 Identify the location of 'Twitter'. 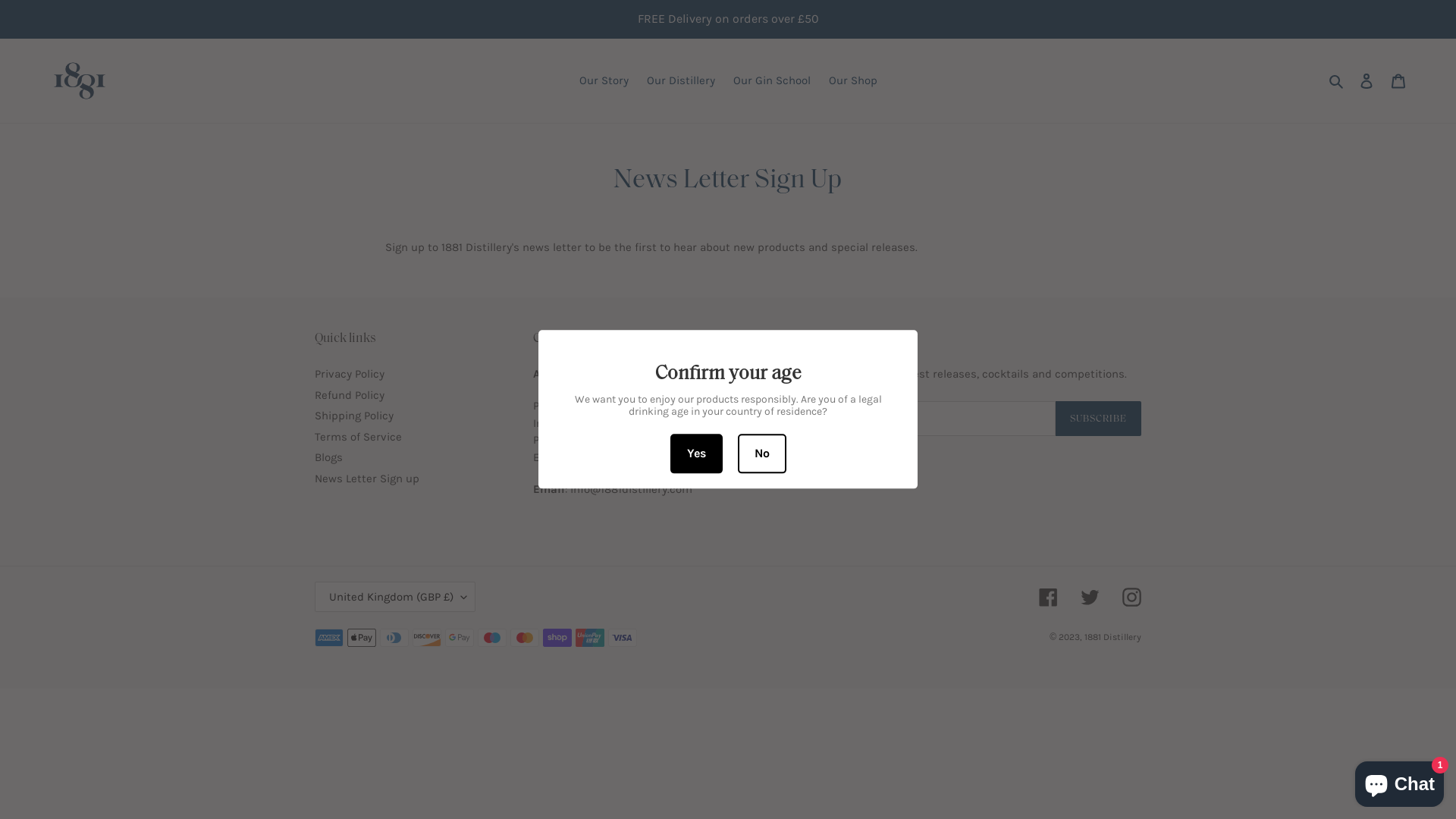
(1089, 596).